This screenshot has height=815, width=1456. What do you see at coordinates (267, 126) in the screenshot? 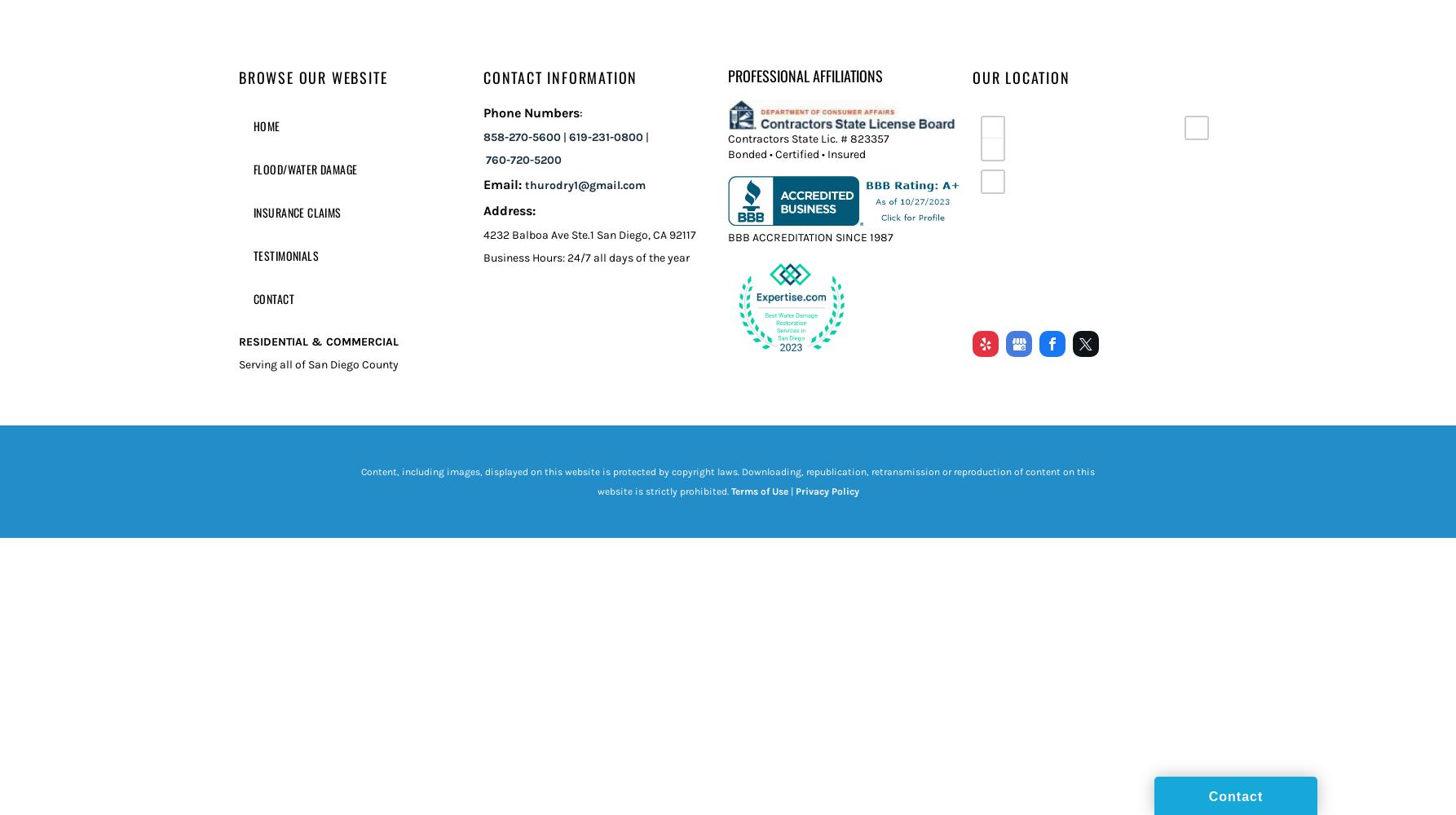
I see `'HOME'` at bounding box center [267, 126].